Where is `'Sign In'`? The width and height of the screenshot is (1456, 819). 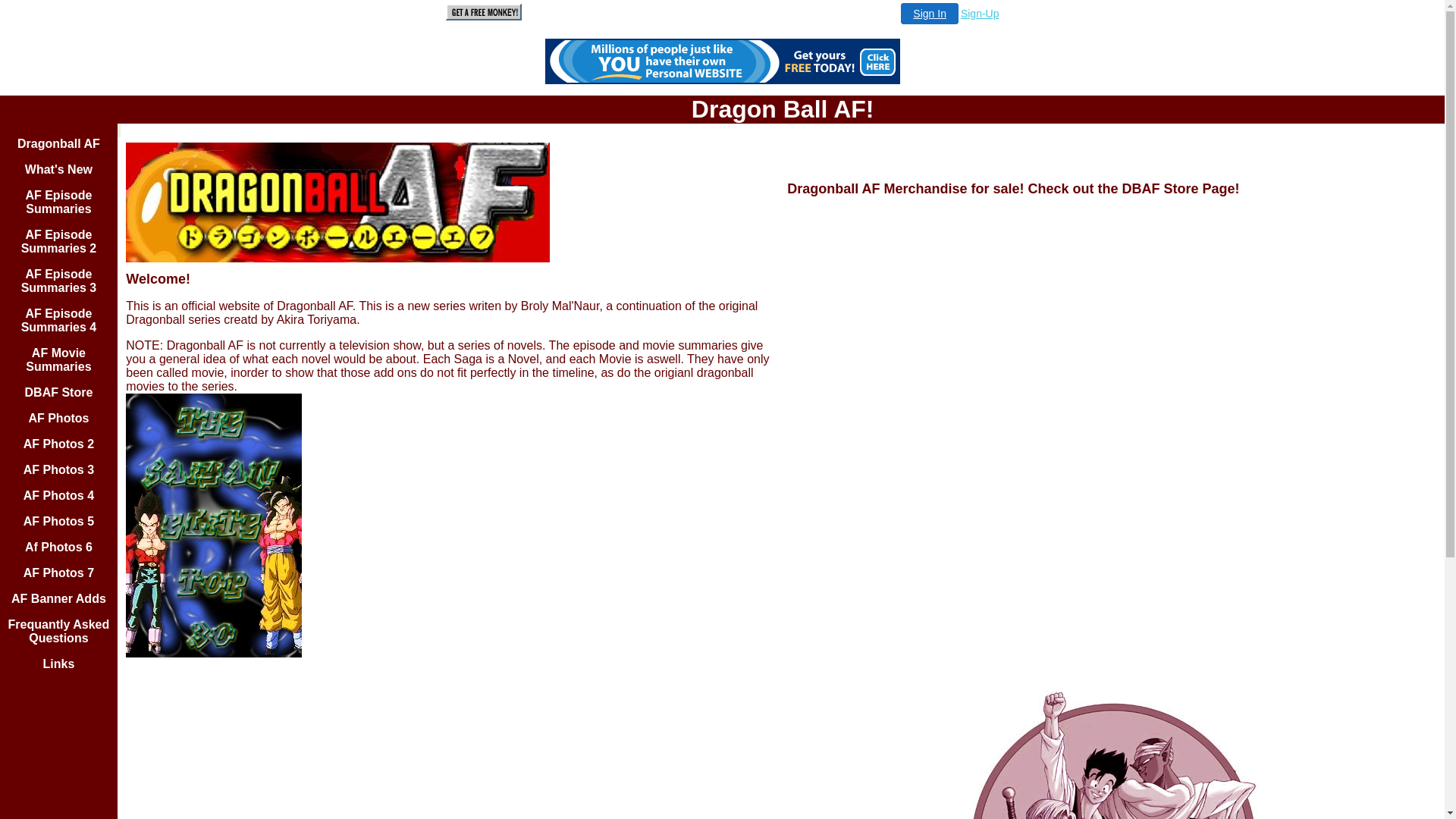
'Sign In' is located at coordinates (928, 14).